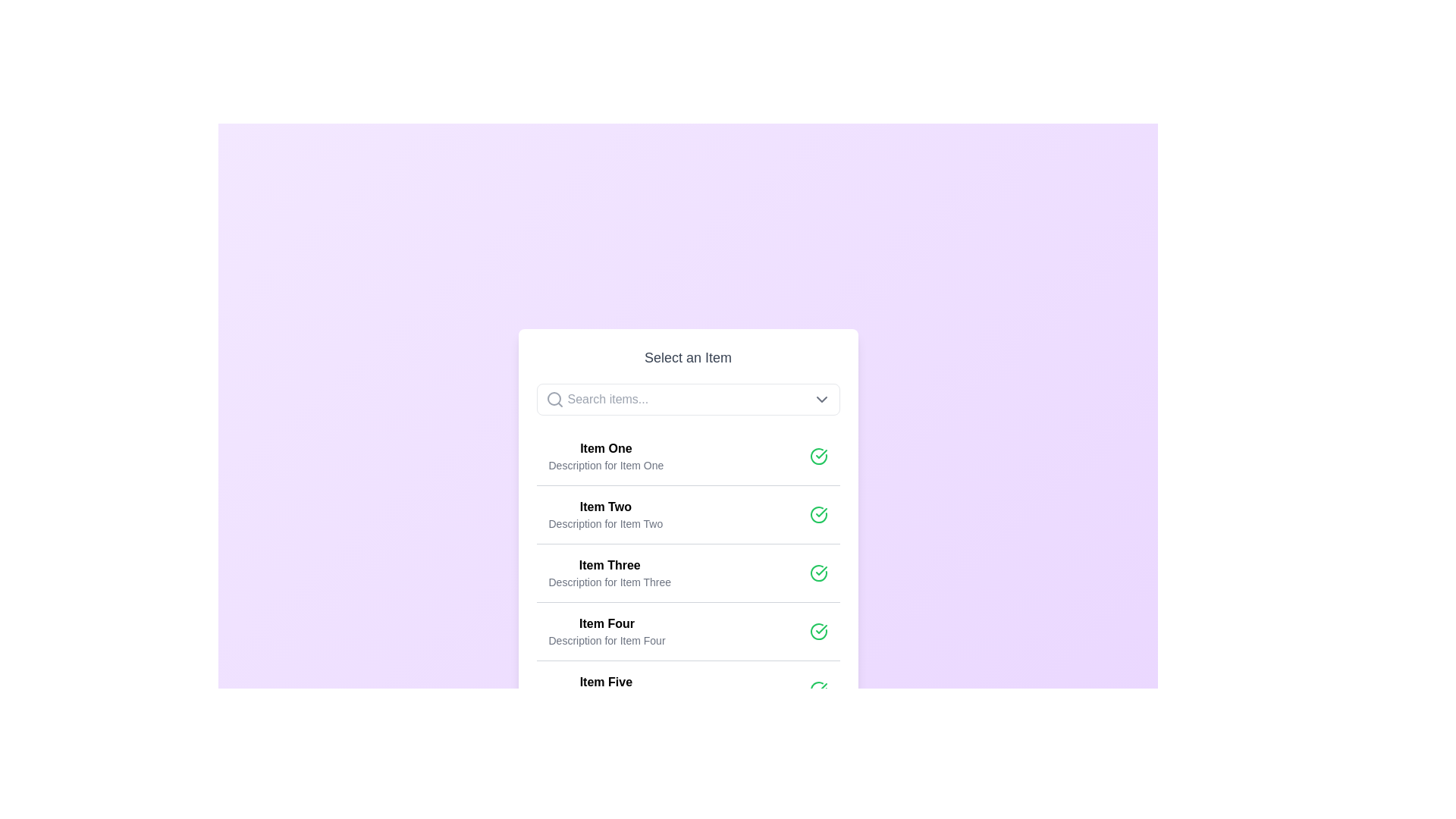  I want to click on the top-most text label that serves as a title for a list entry, positioned at the third item in the list, so click(610, 565).